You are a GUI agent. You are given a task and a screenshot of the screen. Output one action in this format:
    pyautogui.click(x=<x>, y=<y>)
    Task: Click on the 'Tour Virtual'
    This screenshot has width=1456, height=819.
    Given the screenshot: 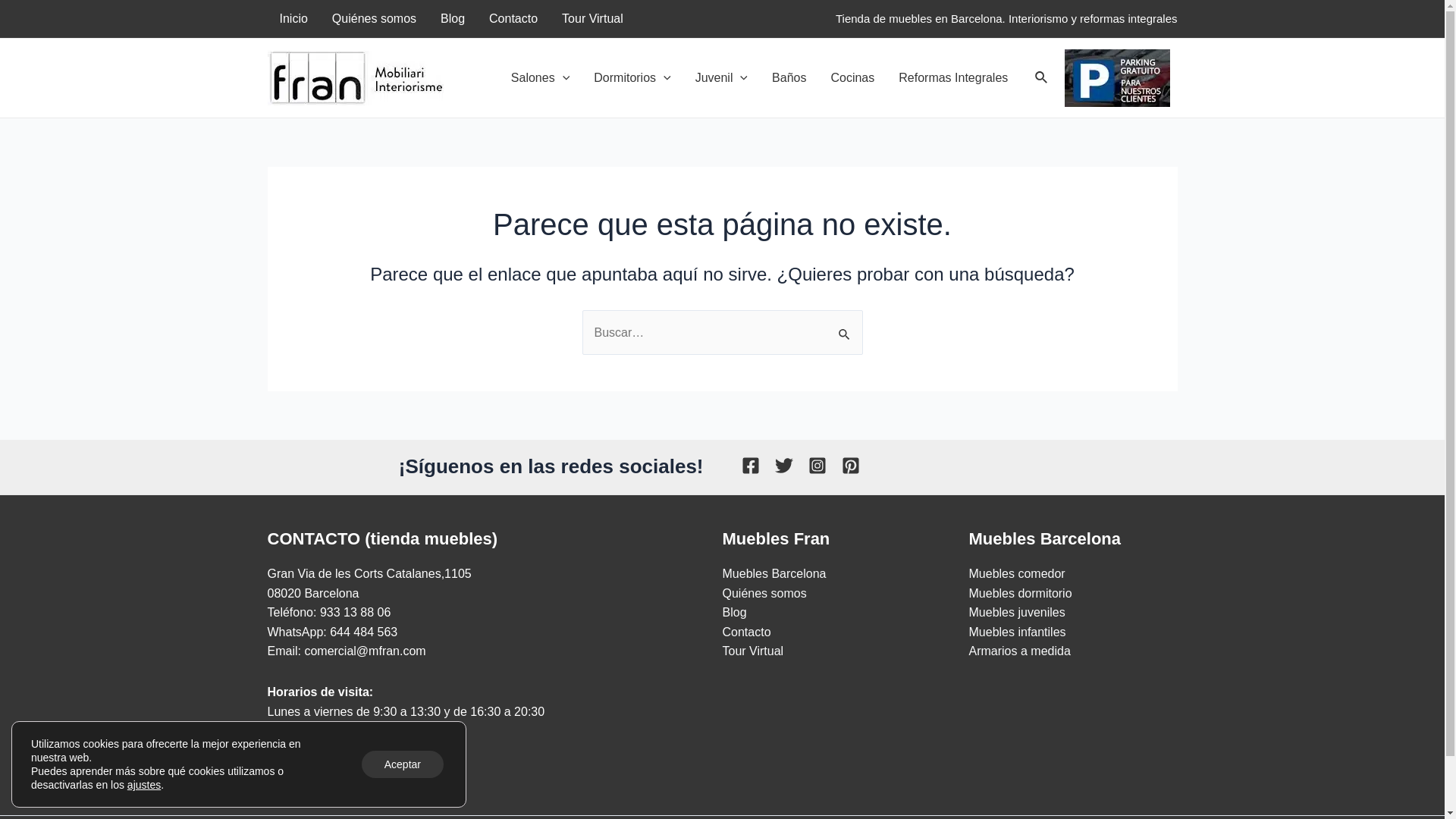 What is the action you would take?
    pyautogui.click(x=752, y=650)
    